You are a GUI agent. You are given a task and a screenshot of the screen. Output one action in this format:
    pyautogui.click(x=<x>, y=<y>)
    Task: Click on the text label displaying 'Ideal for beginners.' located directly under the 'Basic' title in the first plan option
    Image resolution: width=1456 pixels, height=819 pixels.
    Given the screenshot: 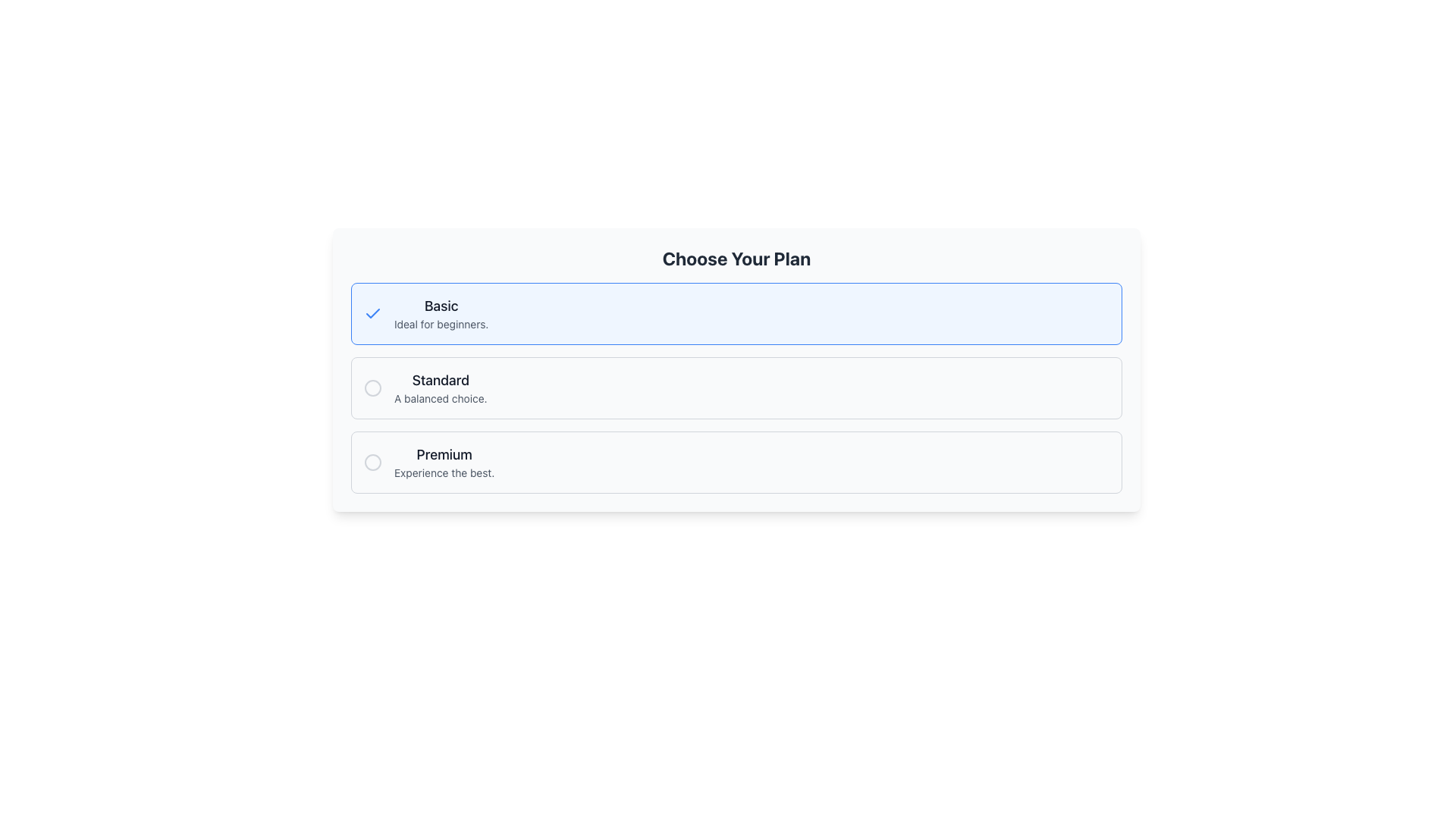 What is the action you would take?
    pyautogui.click(x=441, y=324)
    